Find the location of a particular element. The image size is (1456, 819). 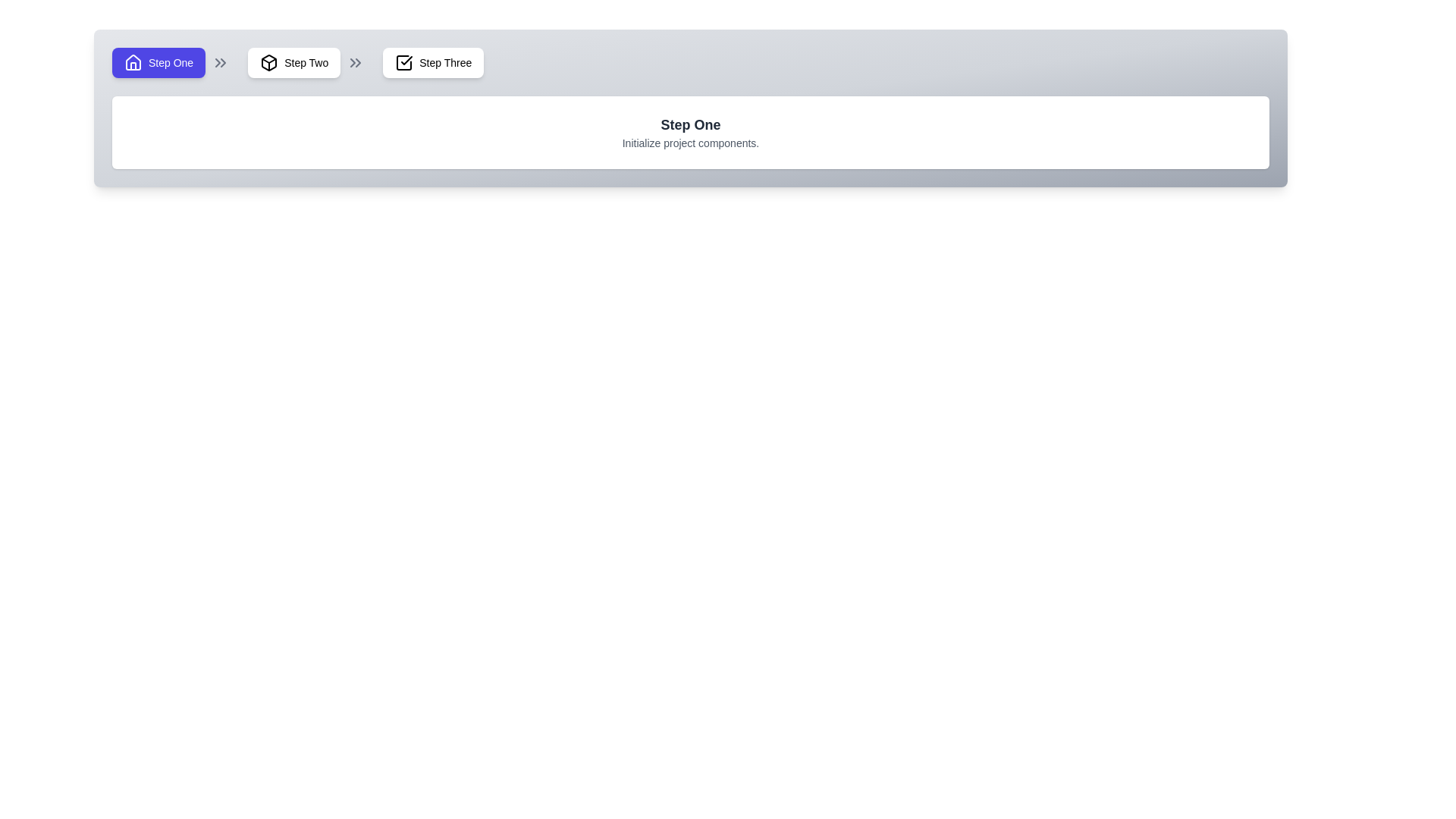

the SVG icon resembling a cuboid or box located to the left of the 'Step Two' text in the step navigation bar to include it in the UI for representation is located at coordinates (269, 62).